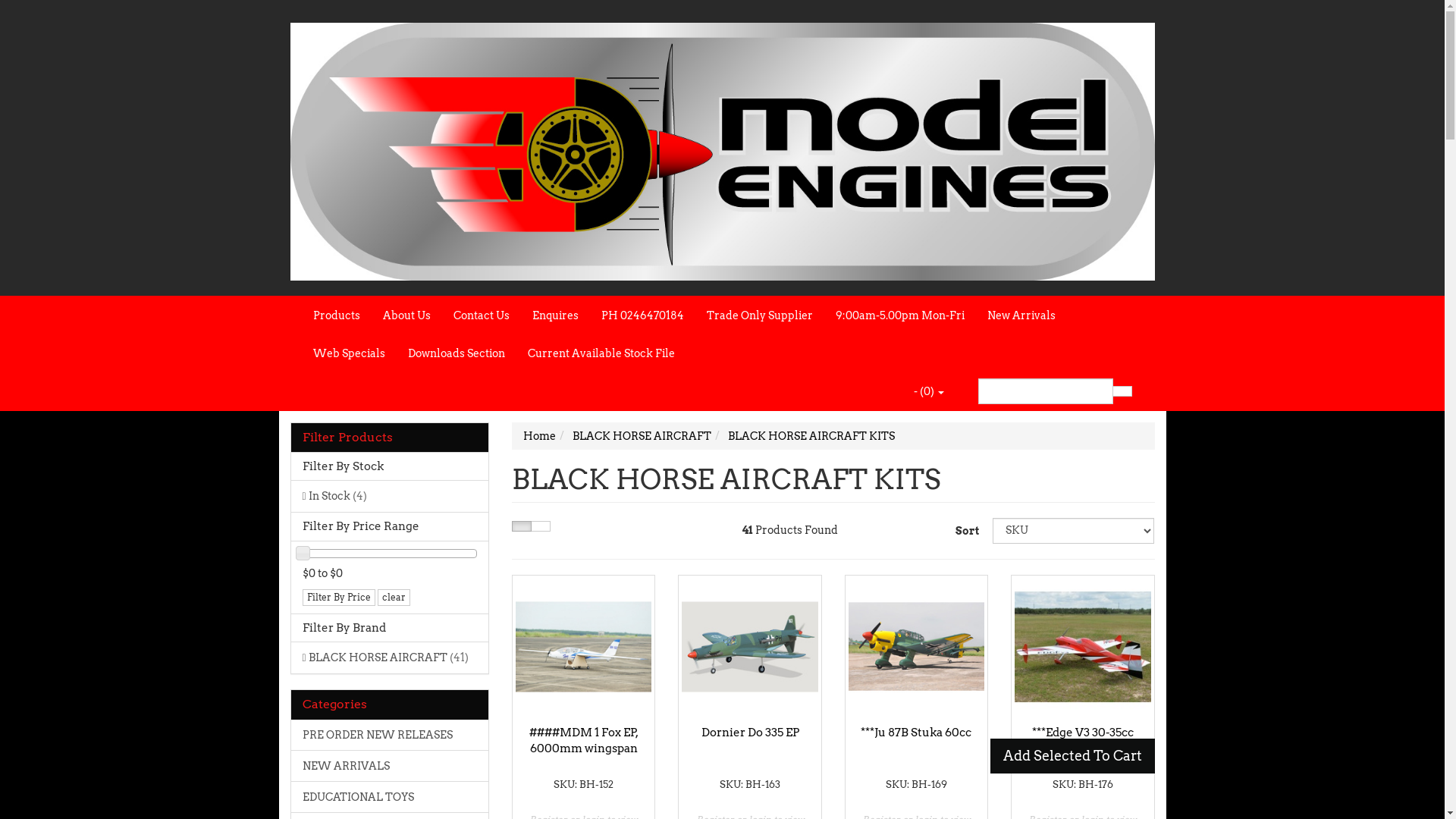 The height and width of the screenshot is (819, 1456). Describe the element at coordinates (291, 765) in the screenshot. I see `'NEW ARRIVALS'` at that location.